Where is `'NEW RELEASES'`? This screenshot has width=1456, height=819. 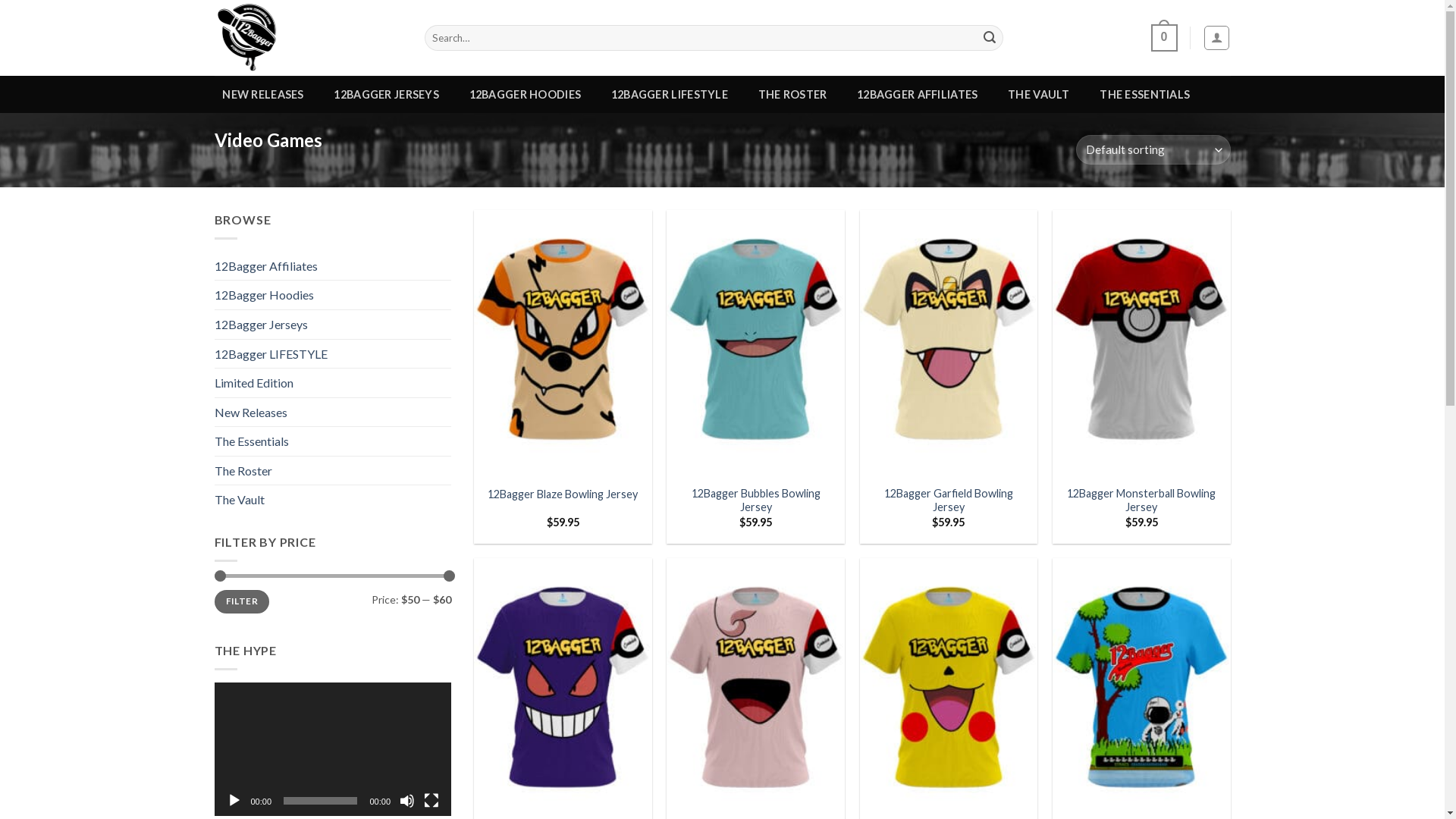 'NEW RELEASES' is located at coordinates (262, 94).